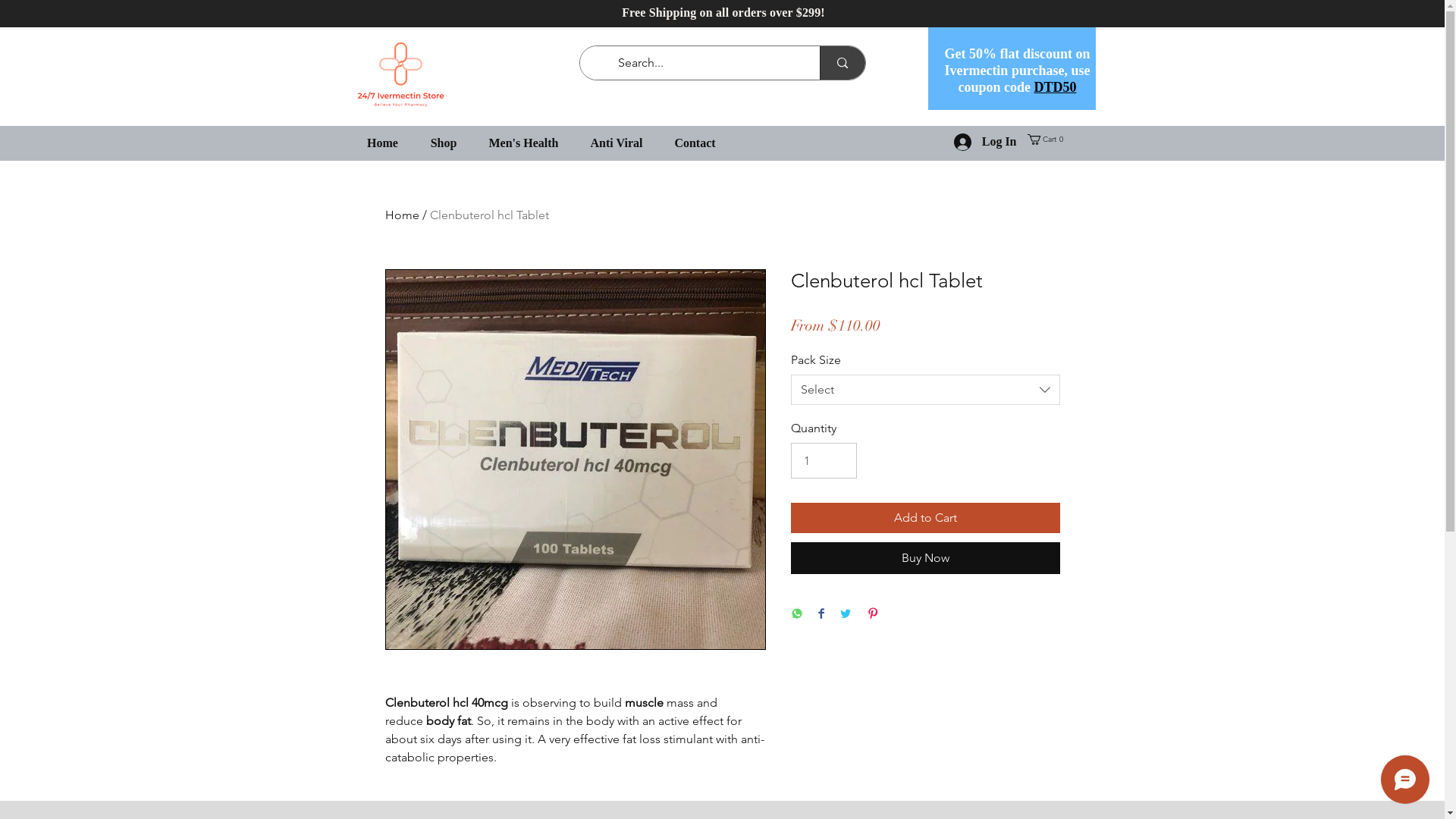  What do you see at coordinates (924, 388) in the screenshot?
I see `'Select'` at bounding box center [924, 388].